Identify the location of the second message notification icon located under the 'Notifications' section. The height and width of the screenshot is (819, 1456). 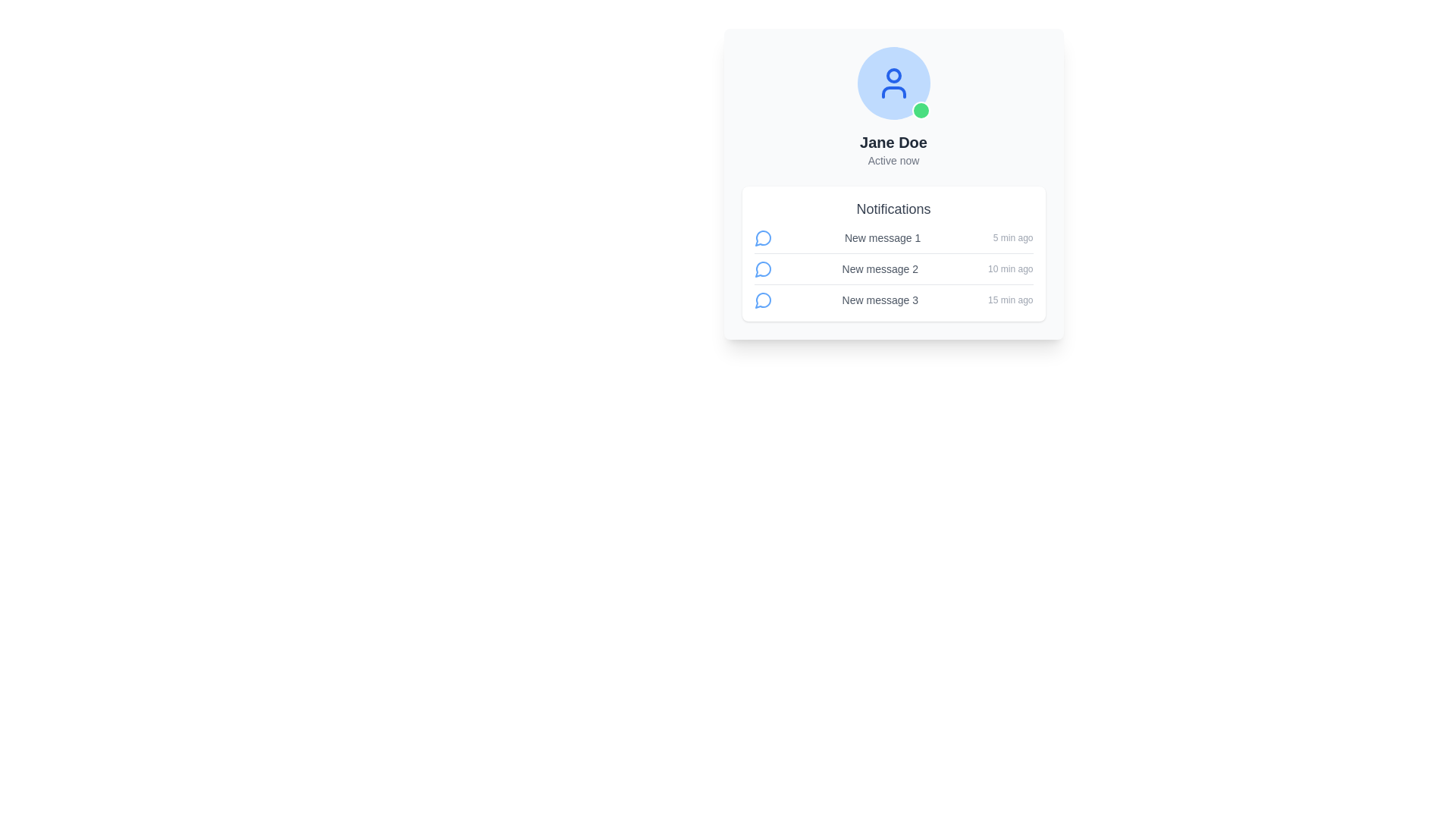
(763, 268).